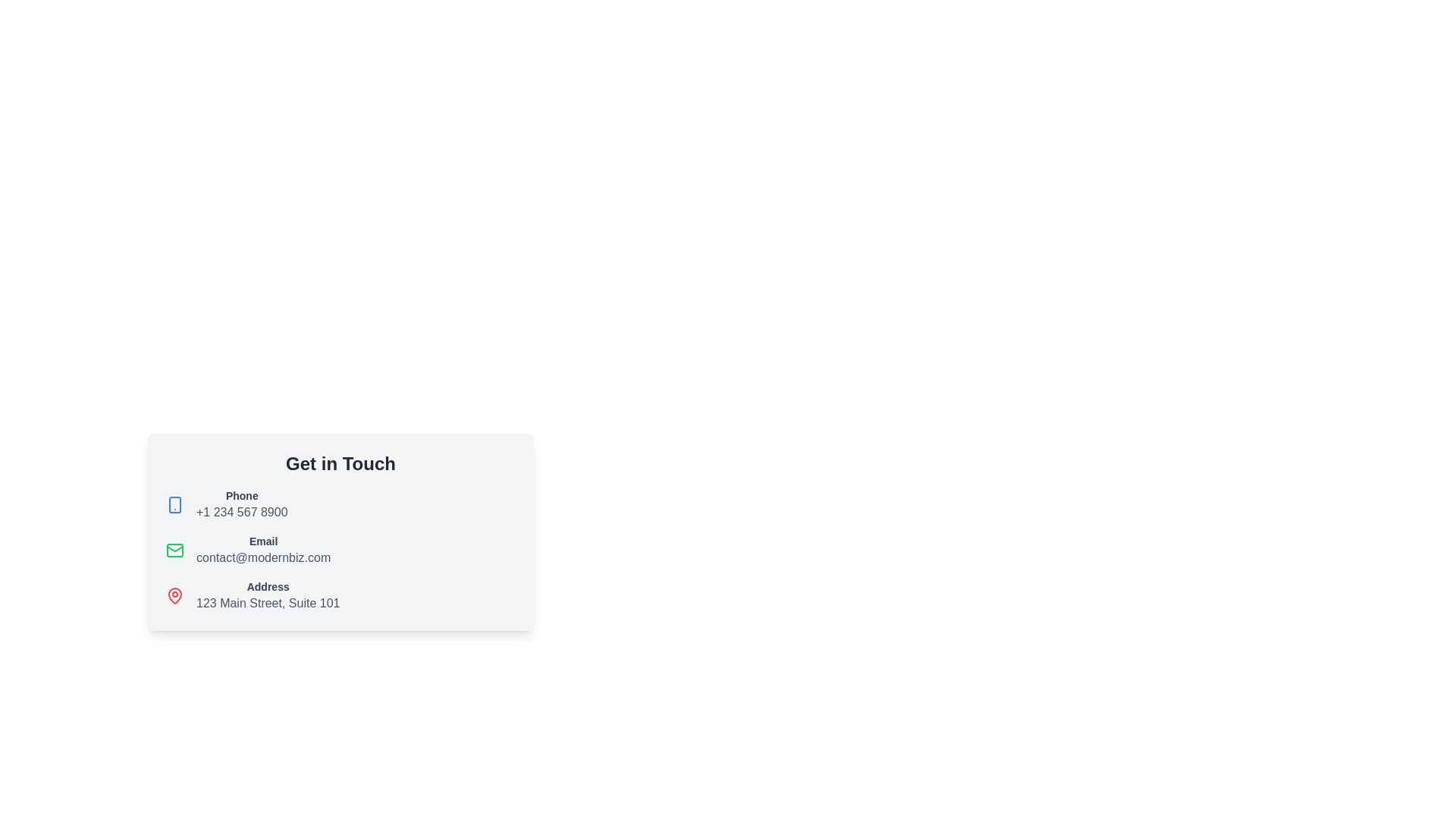 This screenshot has height=819, width=1456. Describe the element at coordinates (174, 505) in the screenshot. I see `the decorative phone icon located to the left of the 'Phone' text in the 'Get in Touch' section` at that location.